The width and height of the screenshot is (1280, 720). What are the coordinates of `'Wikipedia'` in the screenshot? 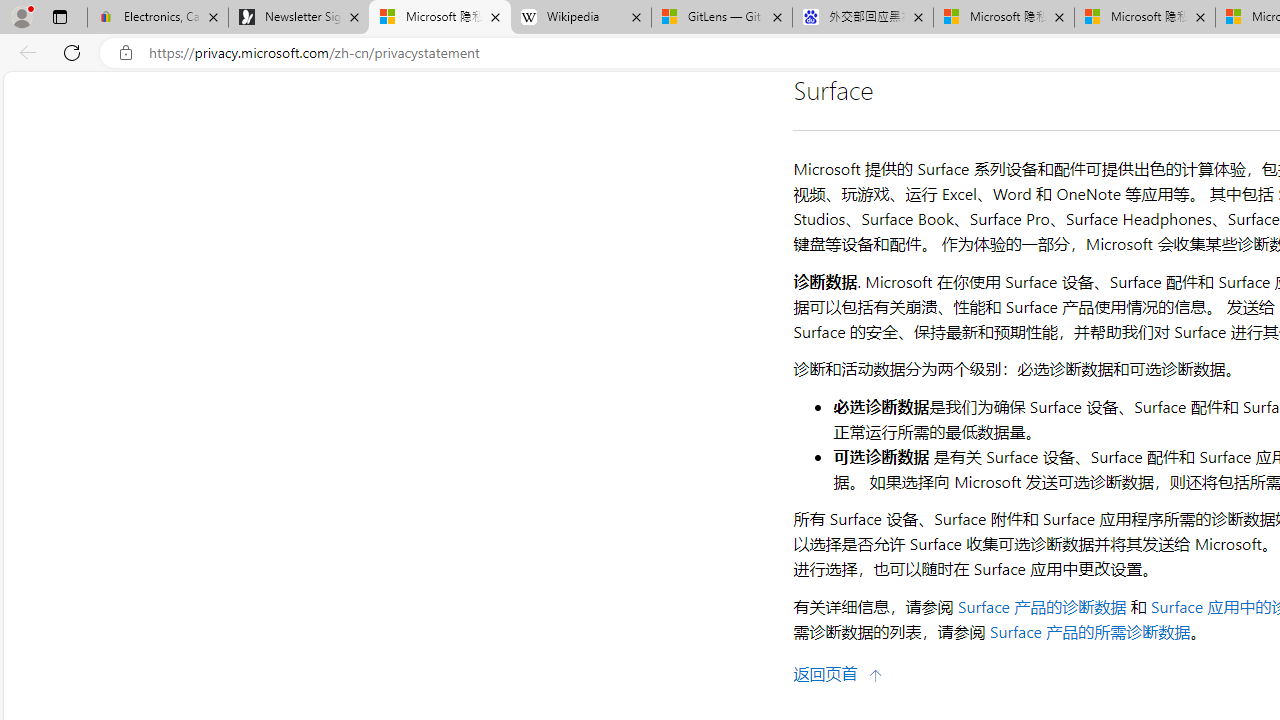 It's located at (580, 17).